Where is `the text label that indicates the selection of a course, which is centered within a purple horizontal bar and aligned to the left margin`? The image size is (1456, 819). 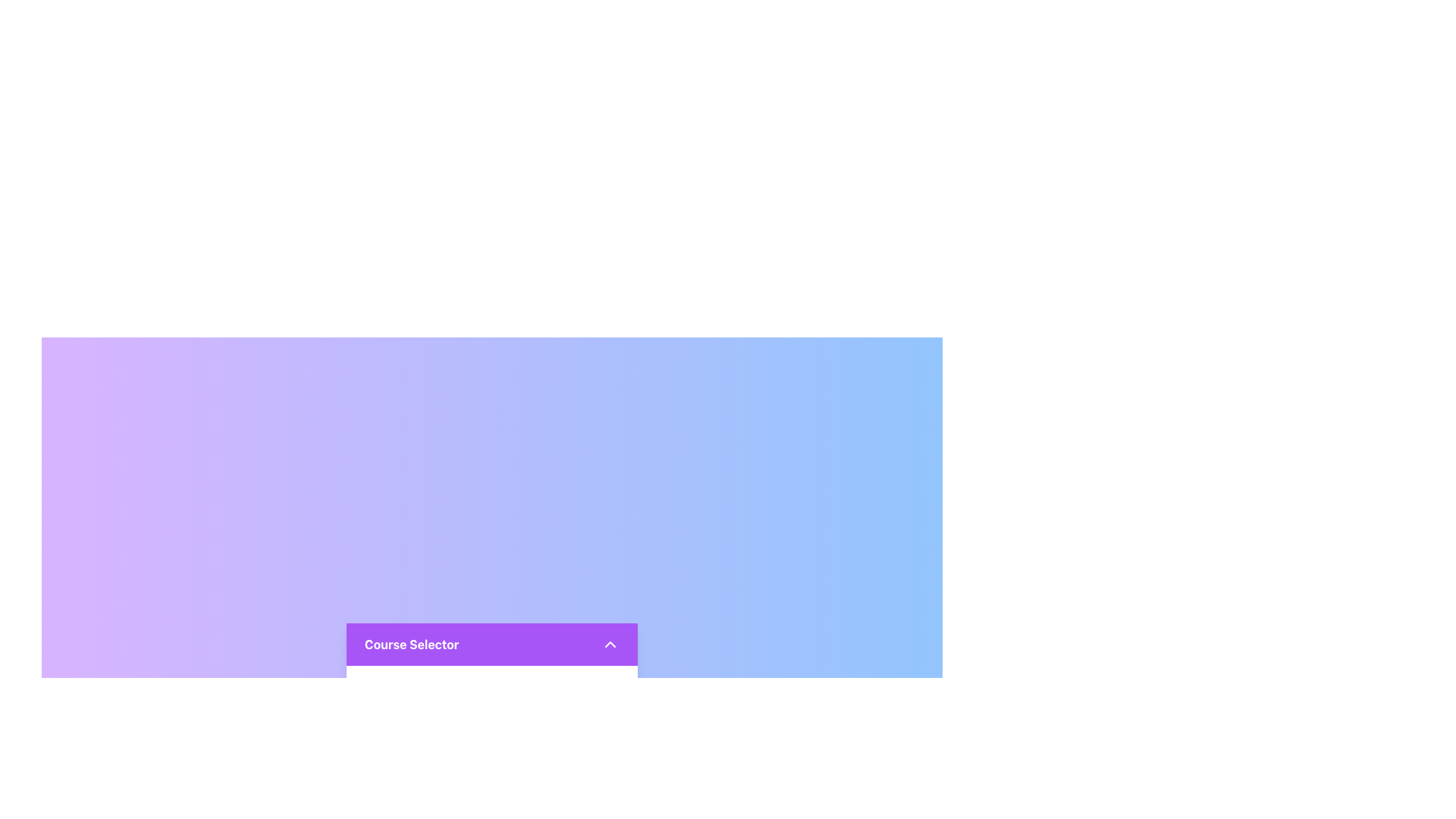 the text label that indicates the selection of a course, which is centered within a purple horizontal bar and aligned to the left margin is located at coordinates (412, 644).